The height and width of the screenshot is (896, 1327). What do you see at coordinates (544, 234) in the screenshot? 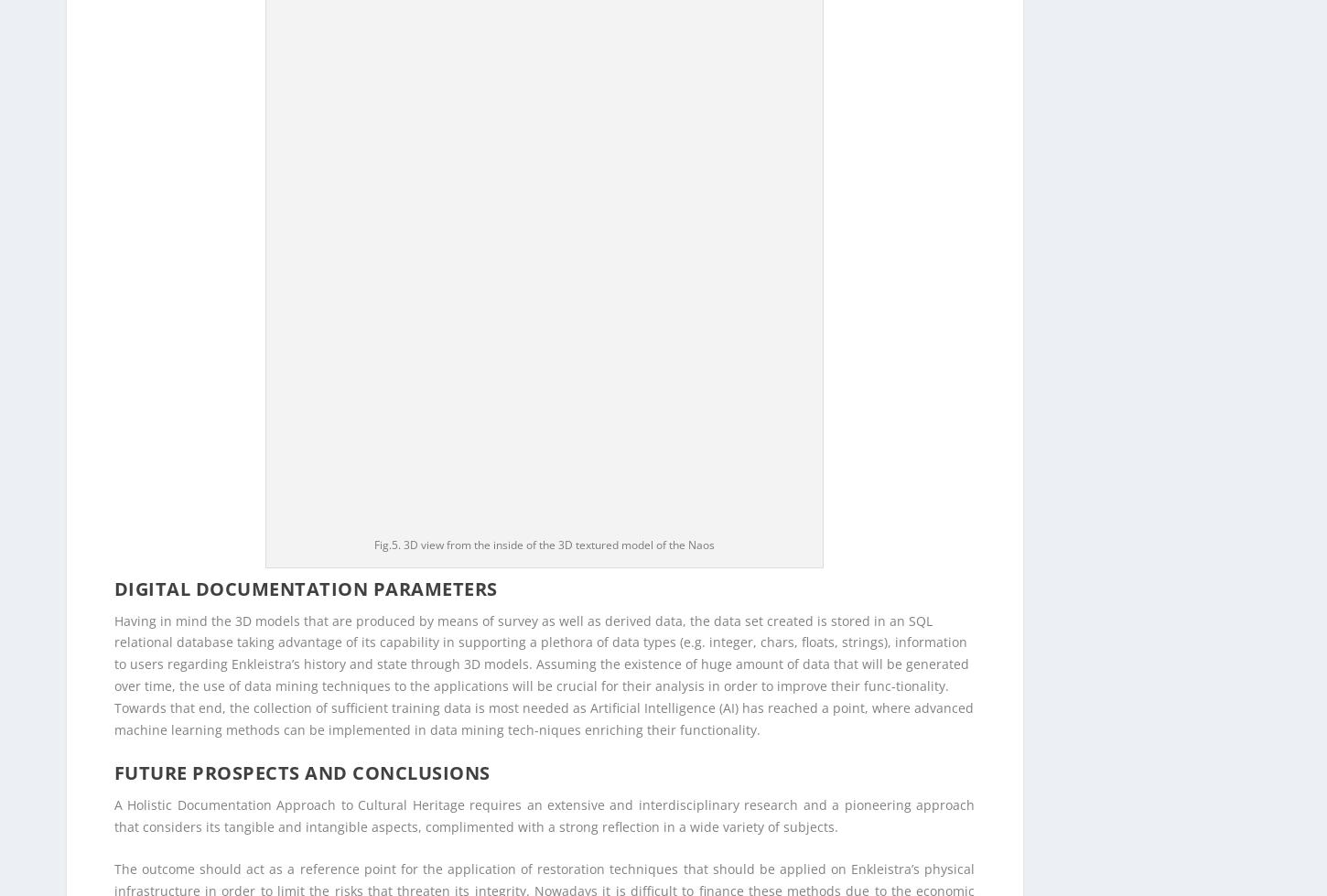
I see `'The outcome should act as a reference point for the application of restoration techniques that should be applied on Enkleistra’s physical infrastructure in order to limit the risks that threaten its integrity. Nowadays it is difficult to finance these methods due to the economic crisis that exists in the Mediterranean countries, however an important measure that should be taken into consideration is the listing of Enkleistra on UNESCO’s World Heritage Catalogue as a cultural heritage site of outstanding universal value from historical point of view by meeting certain criteria that should apply on its tangible form, leading this way in the raise of both domestic and global awareness towards its protection and conservation.'` at bounding box center [544, 234].